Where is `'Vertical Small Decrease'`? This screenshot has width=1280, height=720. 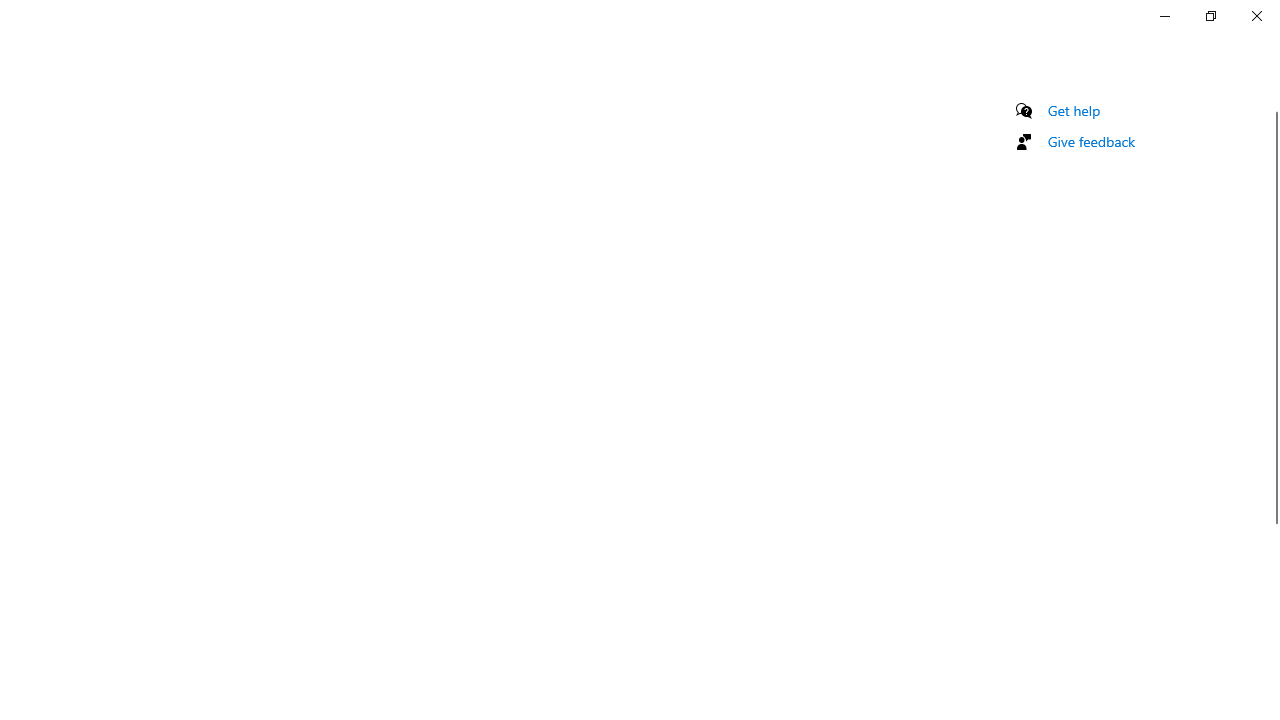
'Vertical Small Decrease' is located at coordinates (1271, 104).